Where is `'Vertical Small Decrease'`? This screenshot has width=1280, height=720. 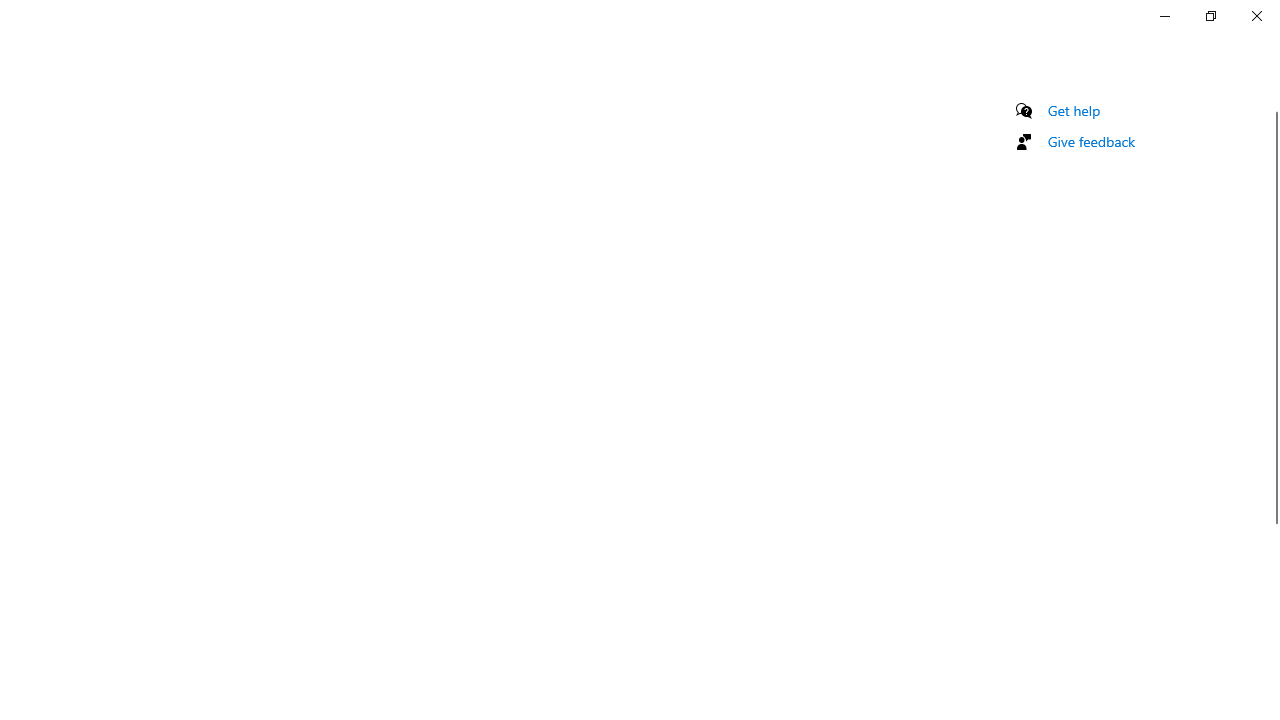
'Vertical Small Decrease' is located at coordinates (1271, 104).